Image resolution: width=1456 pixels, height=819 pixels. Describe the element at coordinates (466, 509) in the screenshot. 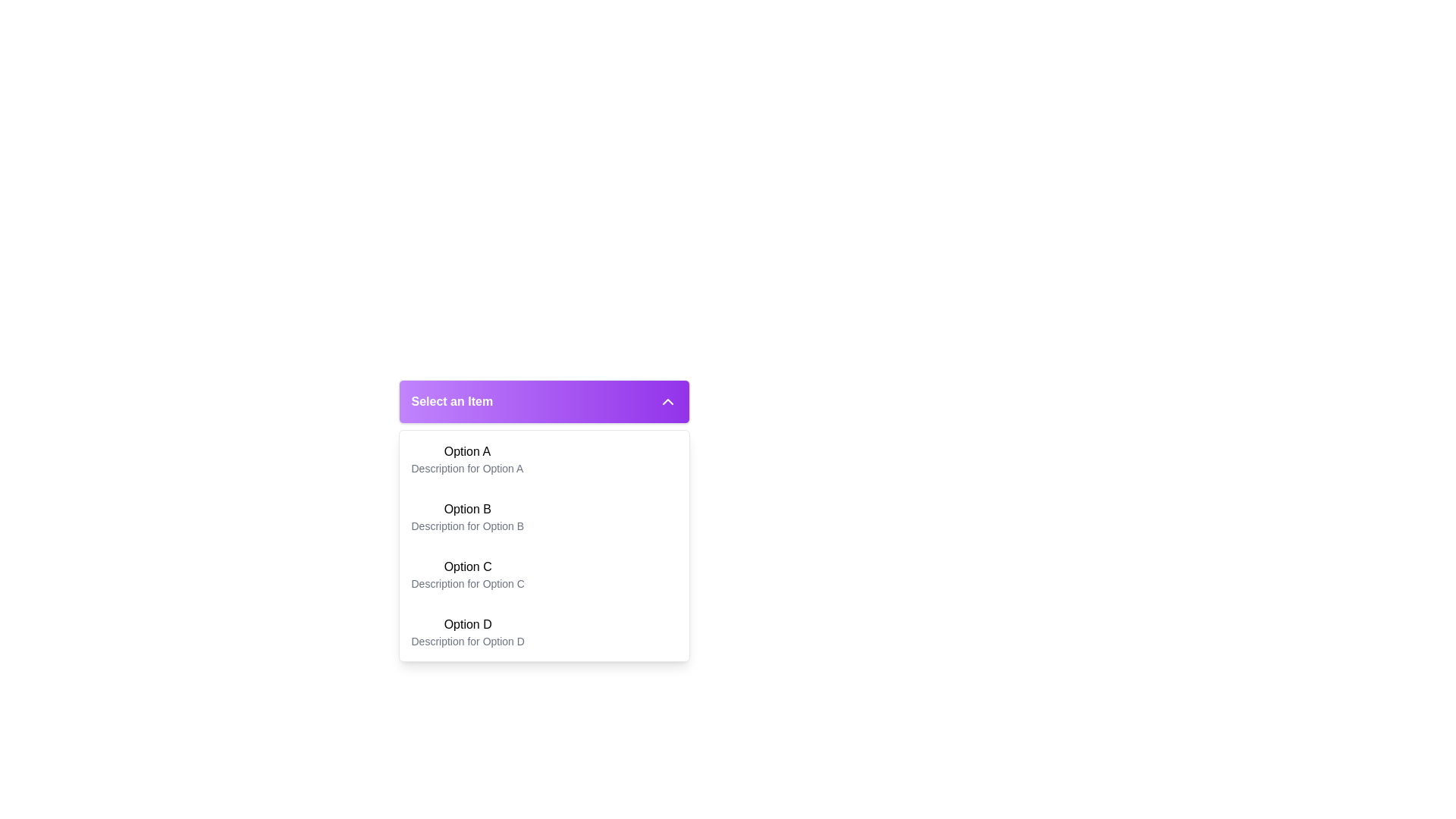

I see `the text label for the second option in the dropdown menu, which is located between 'Option A' and 'Description for Option B'` at that location.